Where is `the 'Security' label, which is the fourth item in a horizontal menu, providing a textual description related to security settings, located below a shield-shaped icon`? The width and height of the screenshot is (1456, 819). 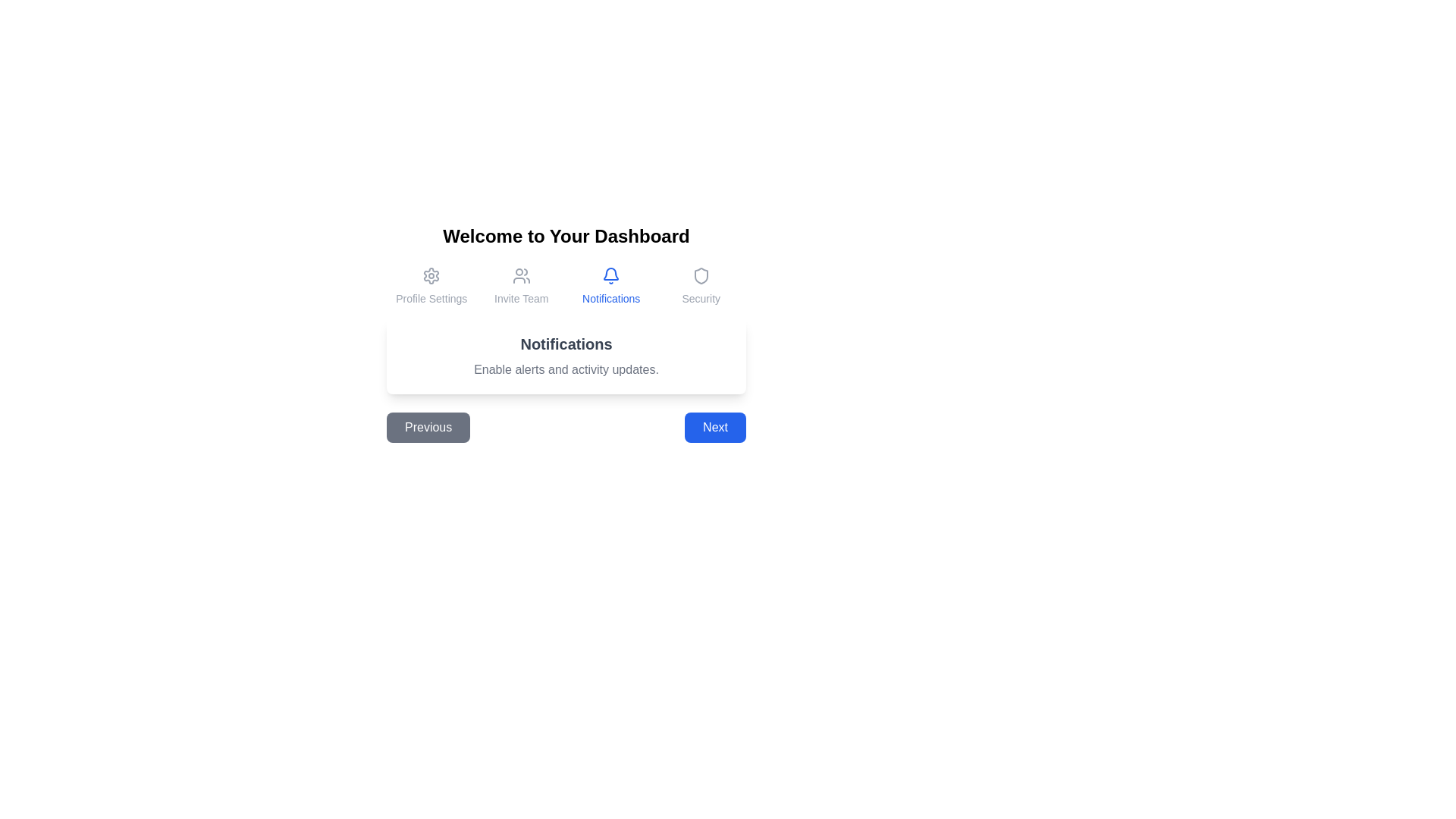
the 'Security' label, which is the fourth item in a horizontal menu, providing a textual description related to security settings, located below a shield-shaped icon is located at coordinates (700, 298).